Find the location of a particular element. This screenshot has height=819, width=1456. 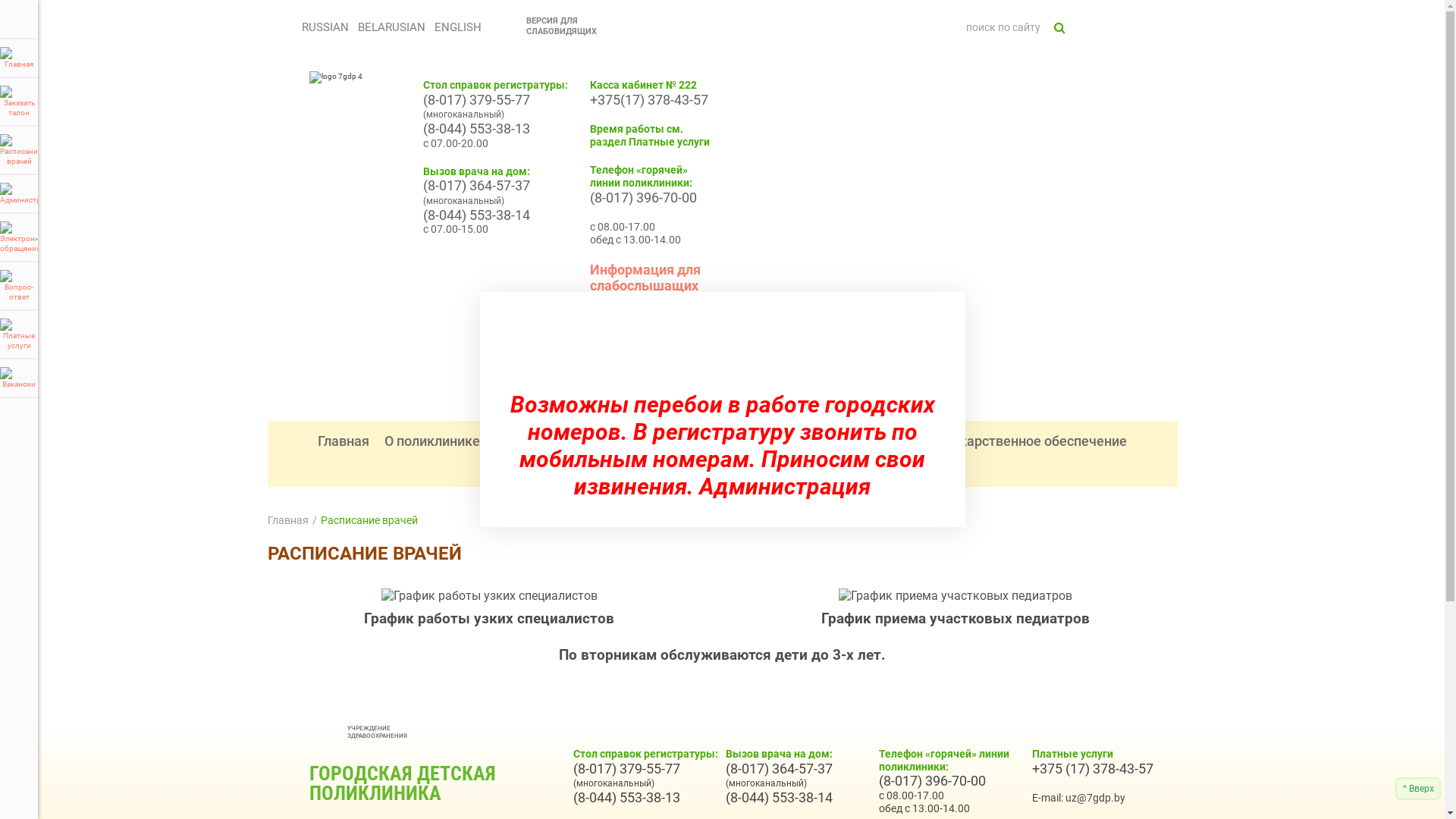

'BELARUSIAN' is located at coordinates (352, 27).